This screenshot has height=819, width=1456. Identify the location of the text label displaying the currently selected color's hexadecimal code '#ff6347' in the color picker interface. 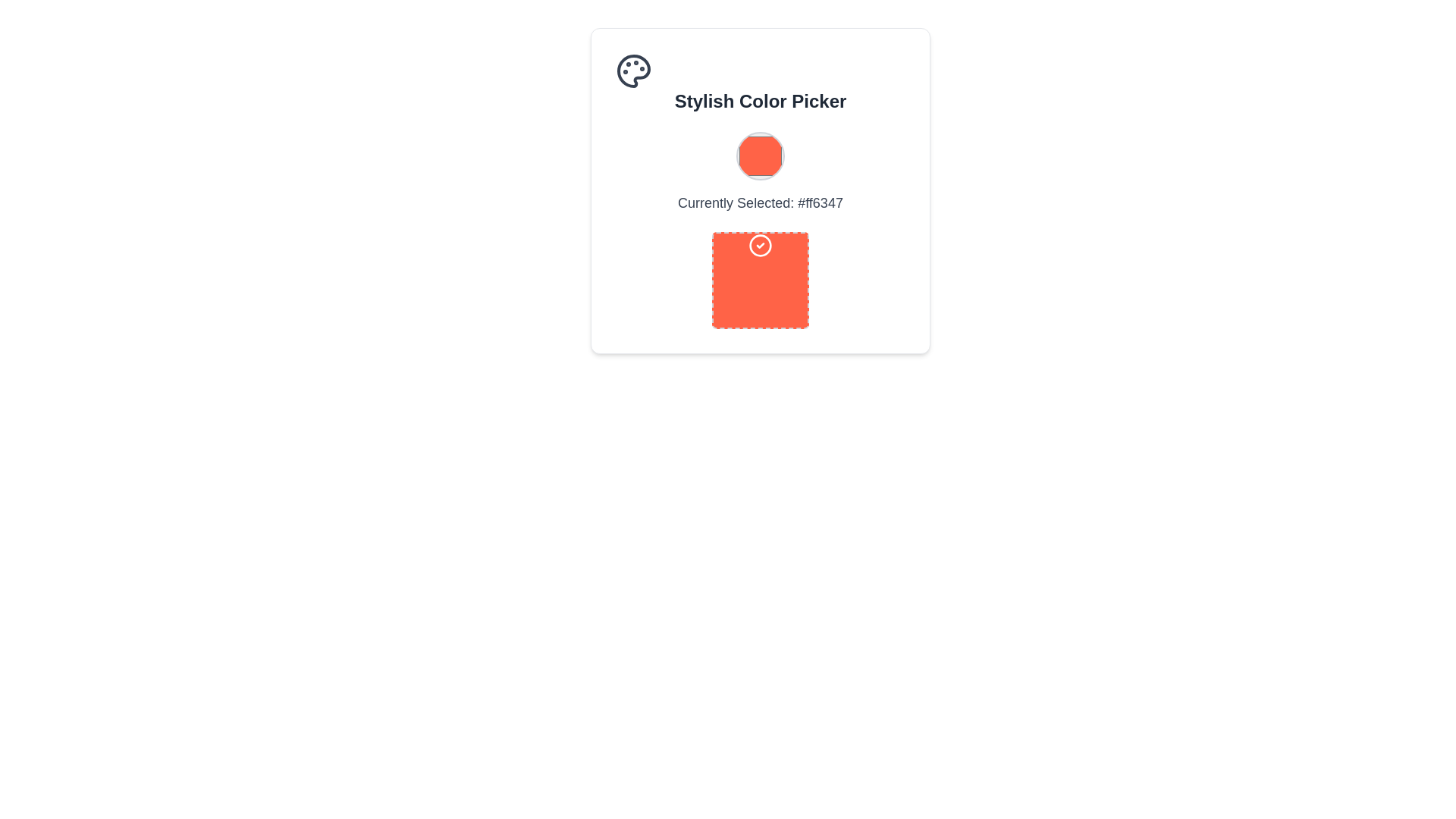
(820, 202).